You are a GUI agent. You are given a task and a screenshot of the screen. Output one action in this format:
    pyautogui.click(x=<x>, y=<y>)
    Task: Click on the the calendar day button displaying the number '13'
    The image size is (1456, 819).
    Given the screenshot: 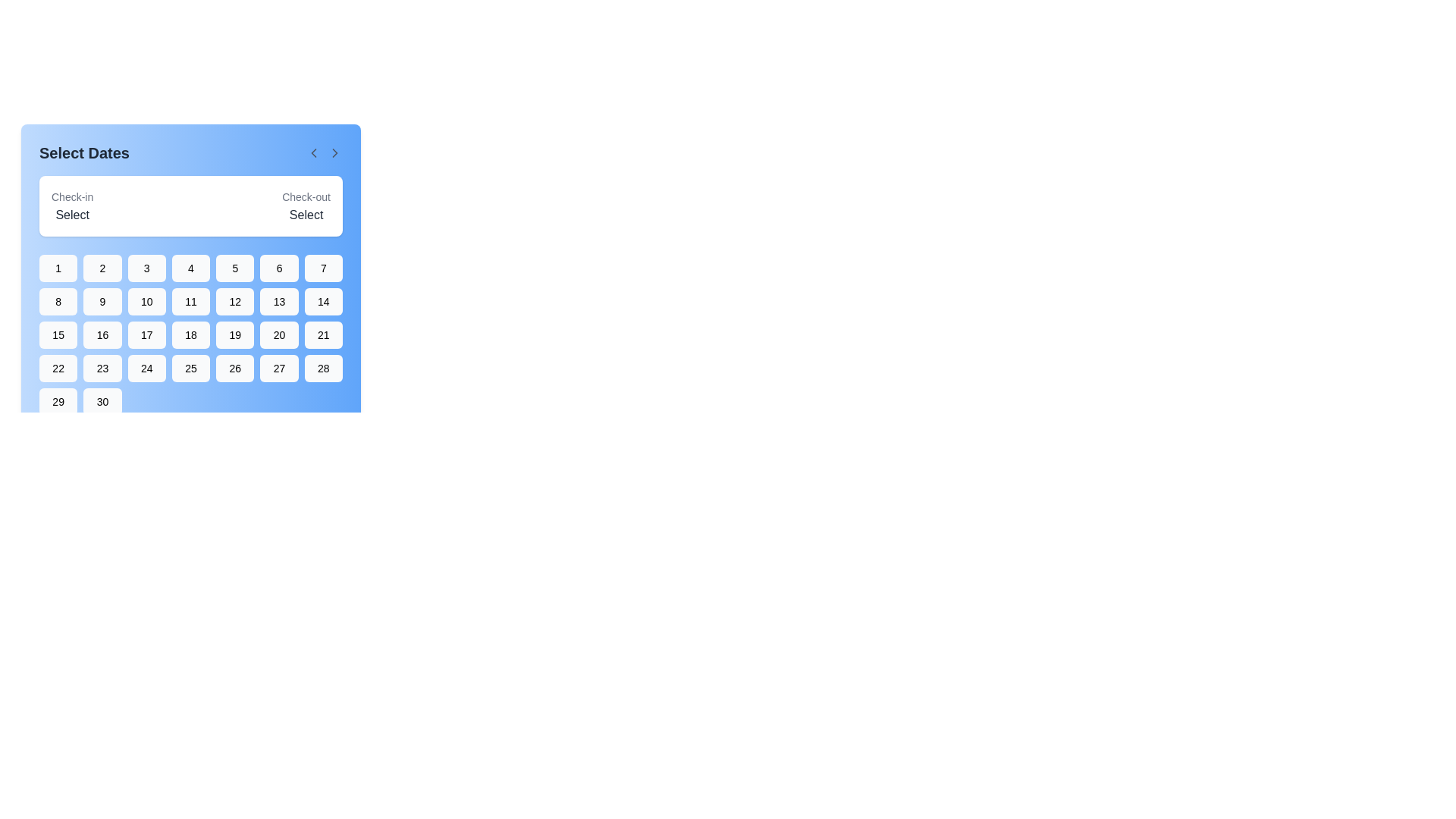 What is the action you would take?
    pyautogui.click(x=279, y=301)
    